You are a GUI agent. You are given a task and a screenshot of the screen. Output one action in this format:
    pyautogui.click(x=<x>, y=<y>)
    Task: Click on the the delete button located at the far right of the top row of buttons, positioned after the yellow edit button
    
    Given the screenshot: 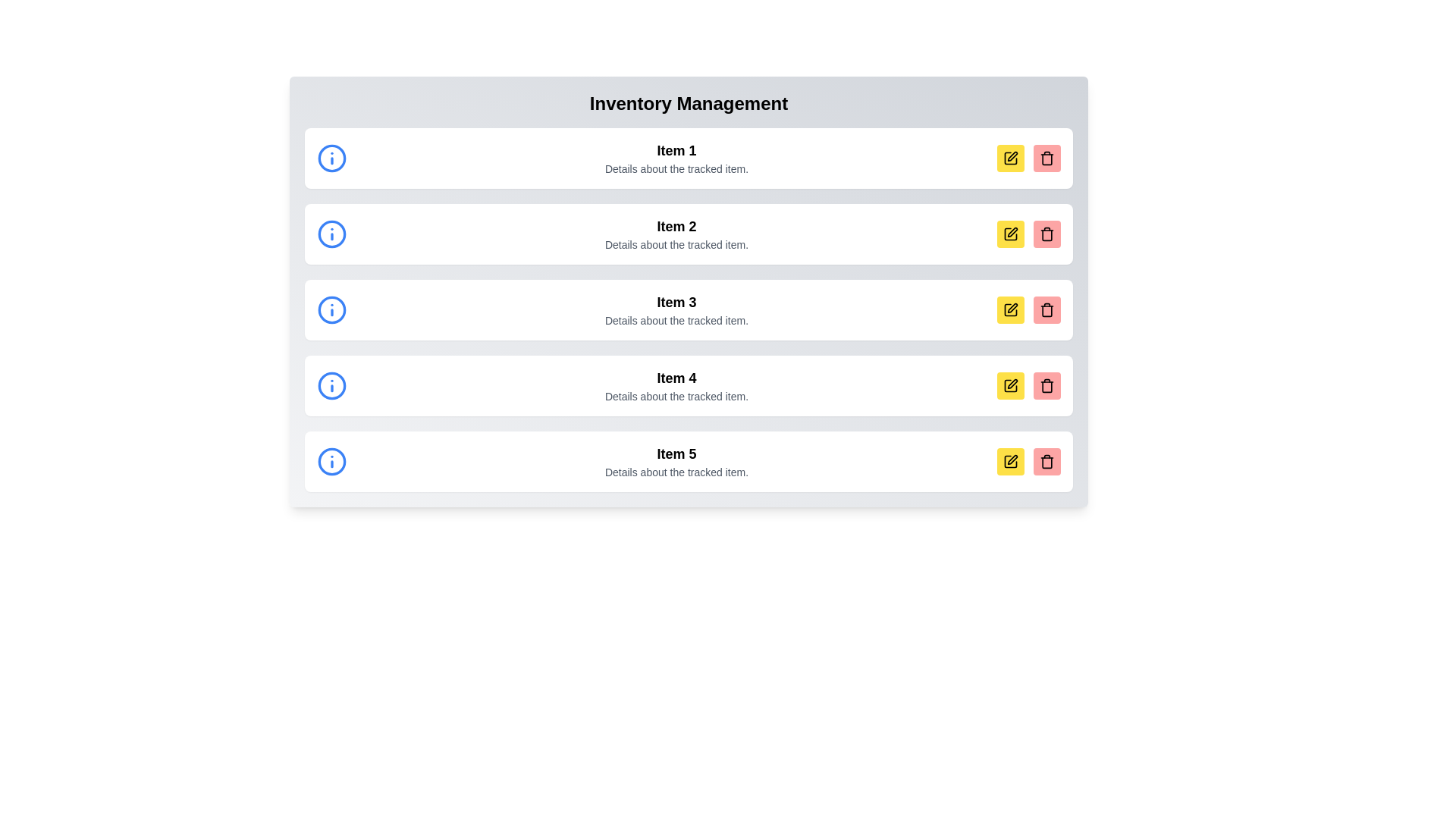 What is the action you would take?
    pyautogui.click(x=1046, y=158)
    